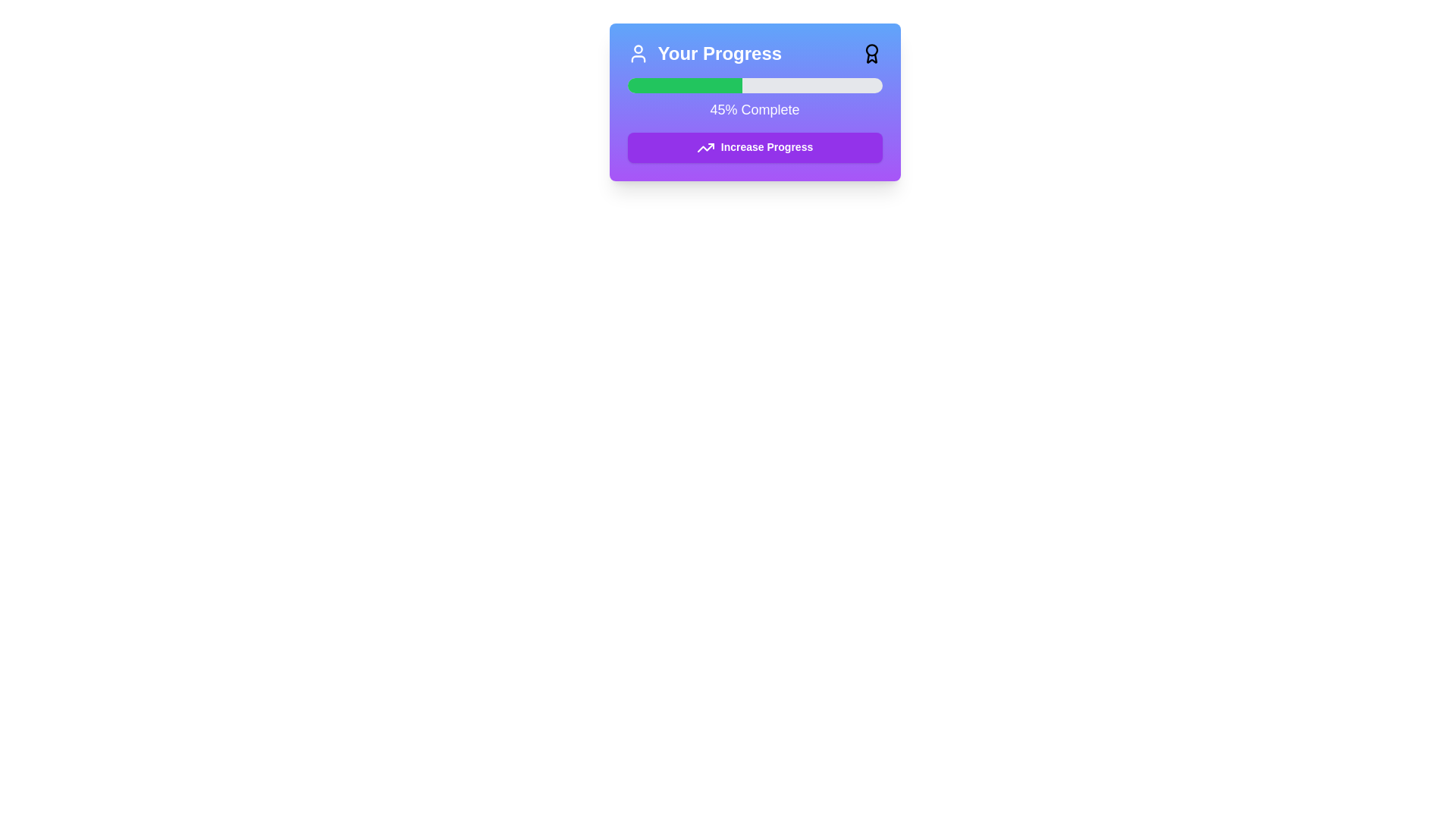 This screenshot has height=819, width=1456. Describe the element at coordinates (719, 52) in the screenshot. I see `the Text Label that serves as a heading or title for the section, located in the top-left corner of the panel, aligned with the user icon graphic` at that location.